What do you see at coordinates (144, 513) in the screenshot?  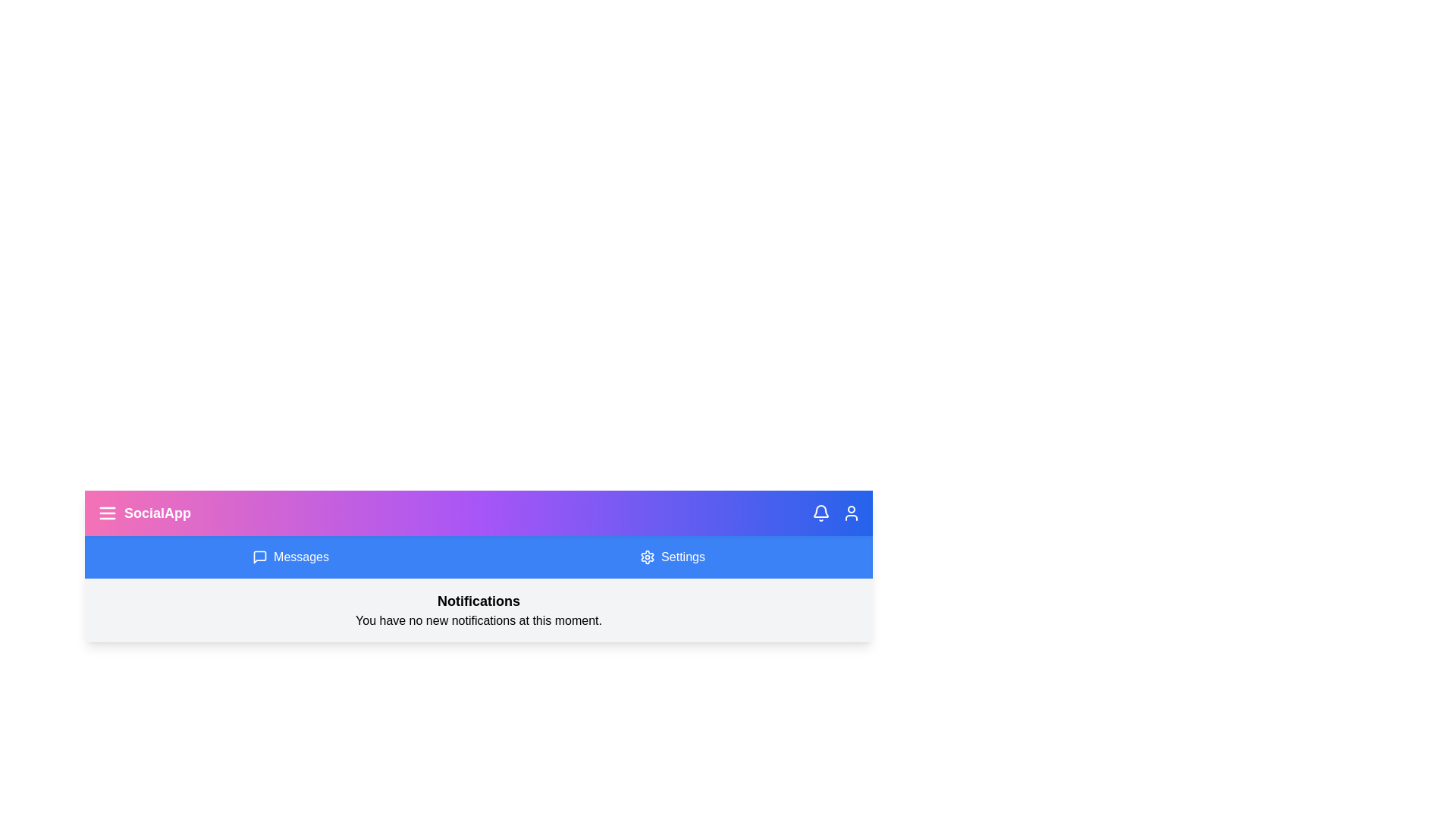 I see `the SocialApp title to interact with it` at bounding box center [144, 513].